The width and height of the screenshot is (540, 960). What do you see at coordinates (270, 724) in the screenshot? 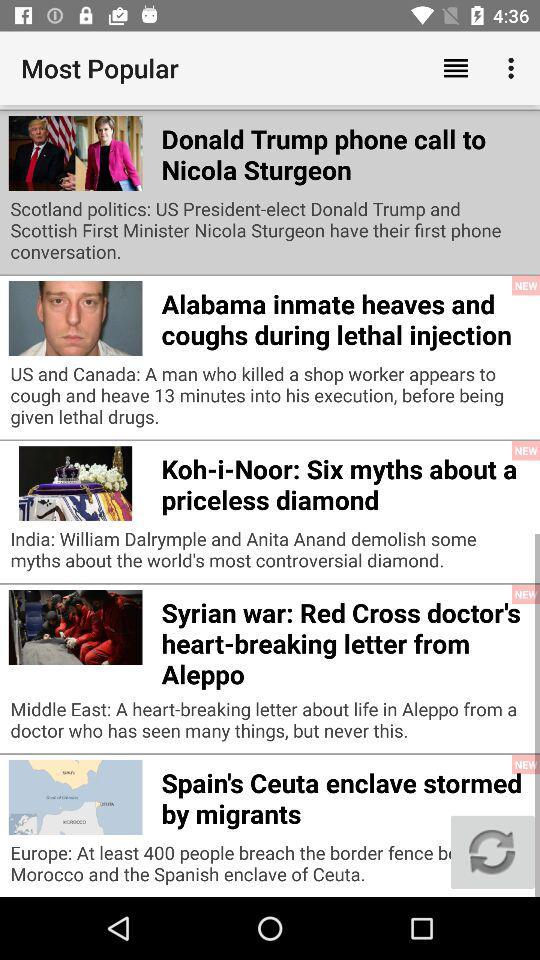
I see `the icon below the syrian war red item` at bounding box center [270, 724].